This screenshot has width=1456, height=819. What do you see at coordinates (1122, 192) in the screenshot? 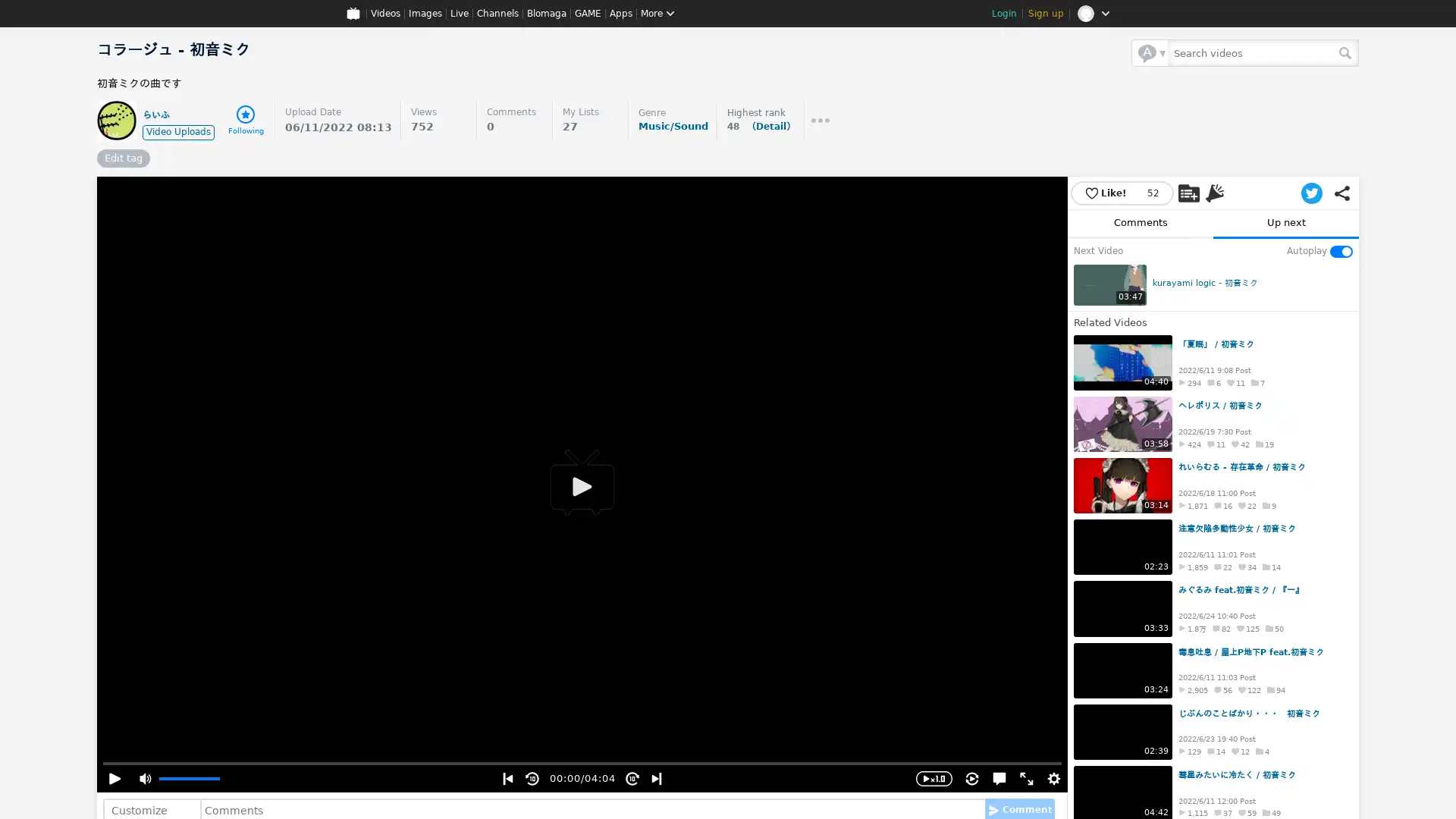
I see `Like! 52` at bounding box center [1122, 192].